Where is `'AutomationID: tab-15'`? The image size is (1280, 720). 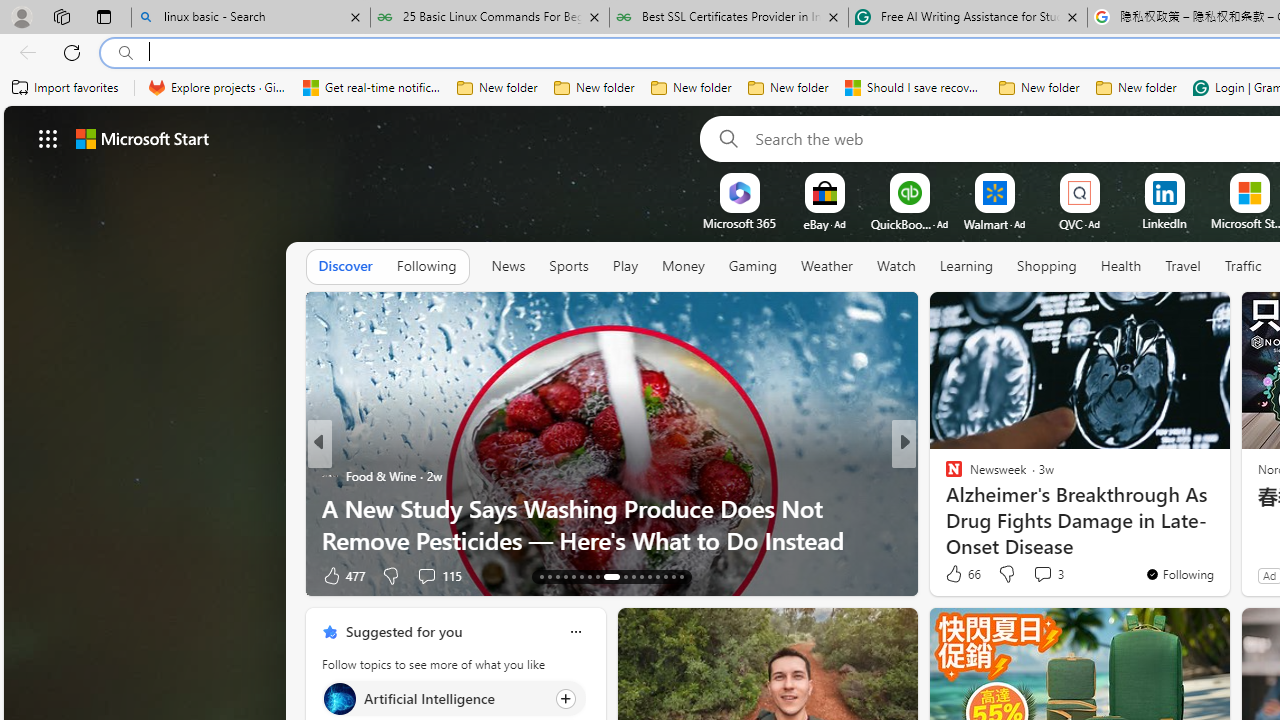 'AutomationID: tab-15' is located at coordinates (557, 577).